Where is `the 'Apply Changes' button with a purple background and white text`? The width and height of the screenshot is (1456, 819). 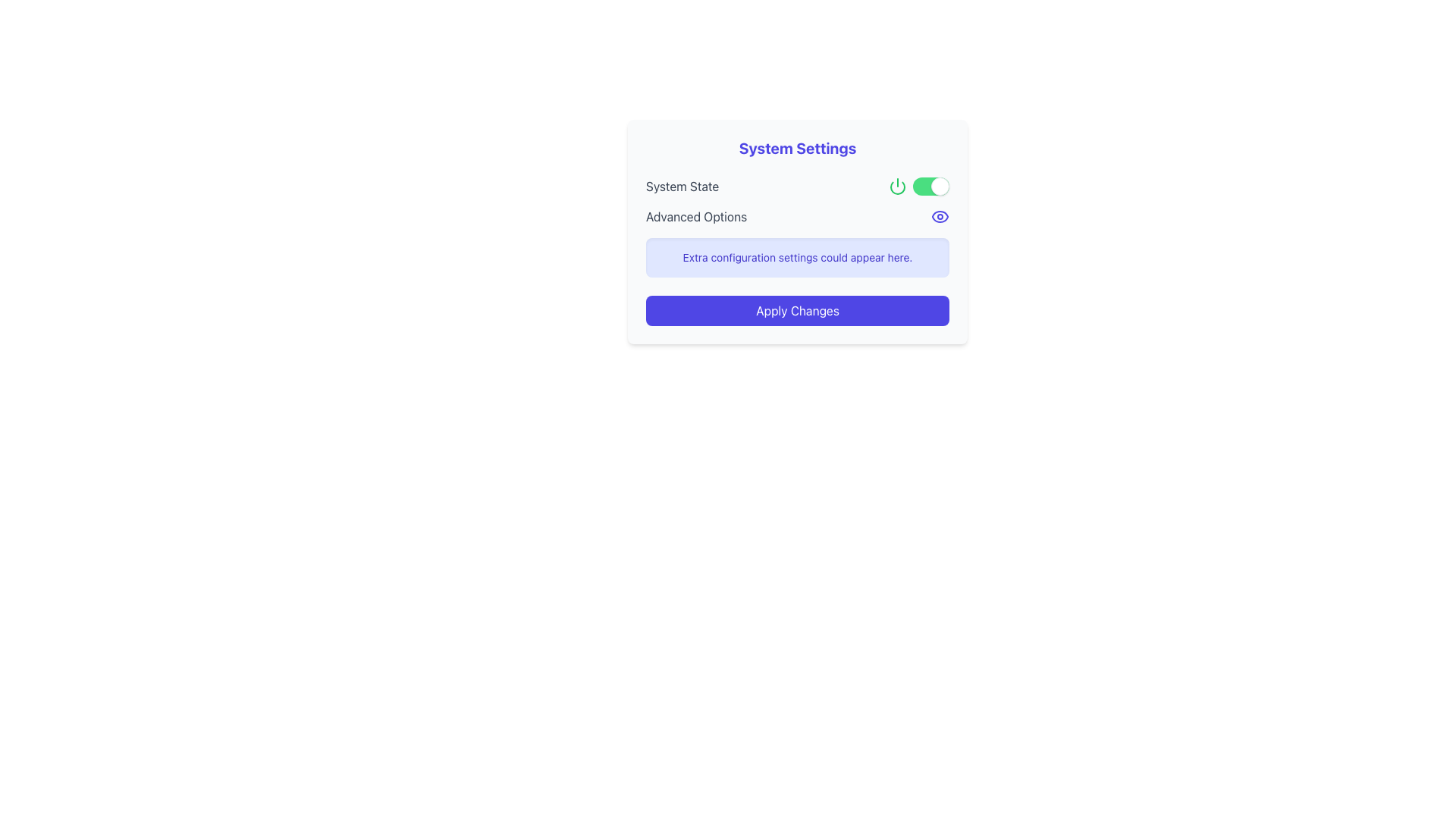
the 'Apply Changes' button with a purple background and white text is located at coordinates (796, 309).